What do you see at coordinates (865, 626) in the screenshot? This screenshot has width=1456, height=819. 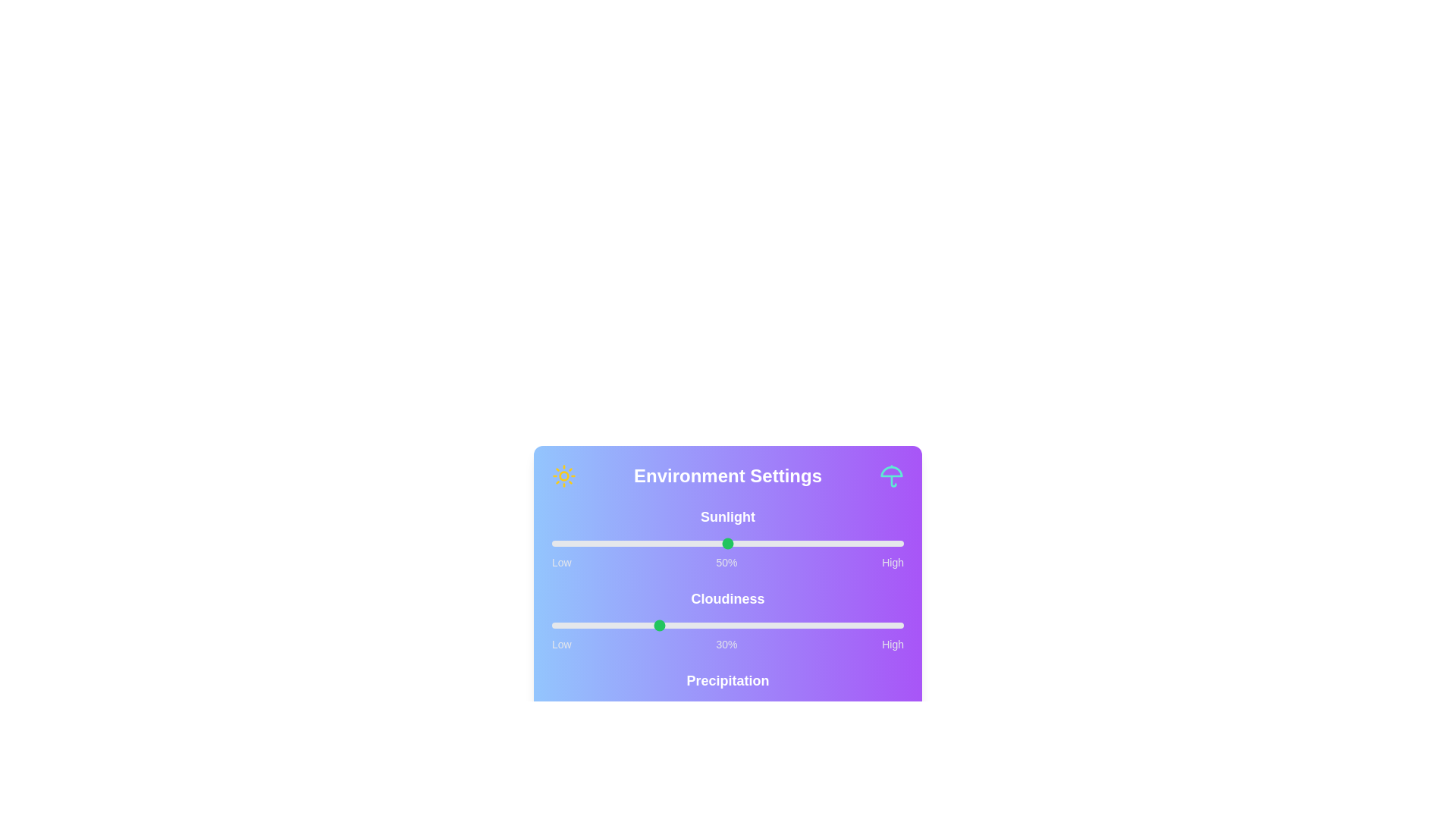 I see `the cloudiness slider to 89%` at bounding box center [865, 626].